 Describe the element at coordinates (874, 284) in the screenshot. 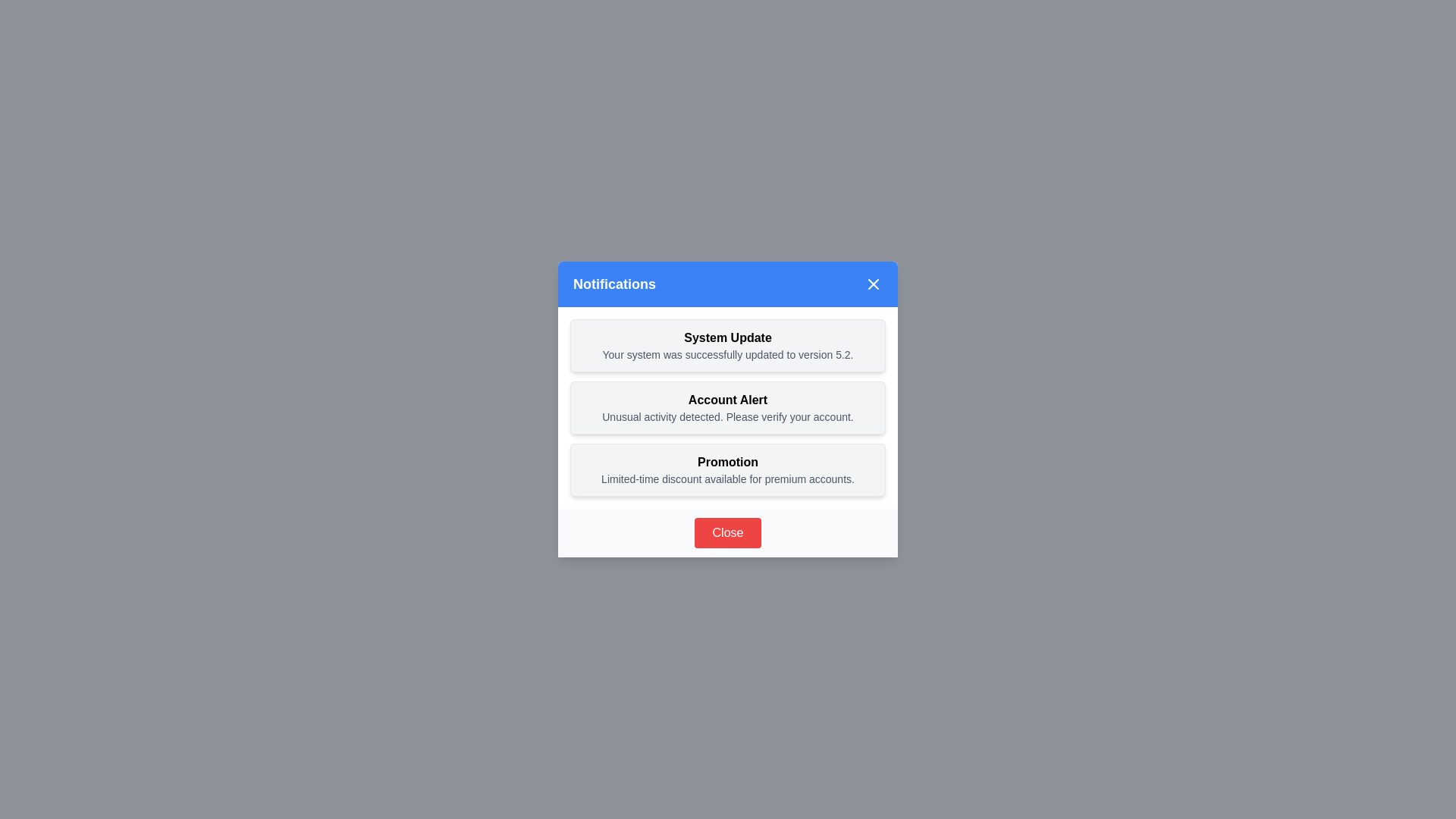

I see `the red 'X' close icon located in the top-right corner of the blue header section labeled 'Notifications'` at that location.